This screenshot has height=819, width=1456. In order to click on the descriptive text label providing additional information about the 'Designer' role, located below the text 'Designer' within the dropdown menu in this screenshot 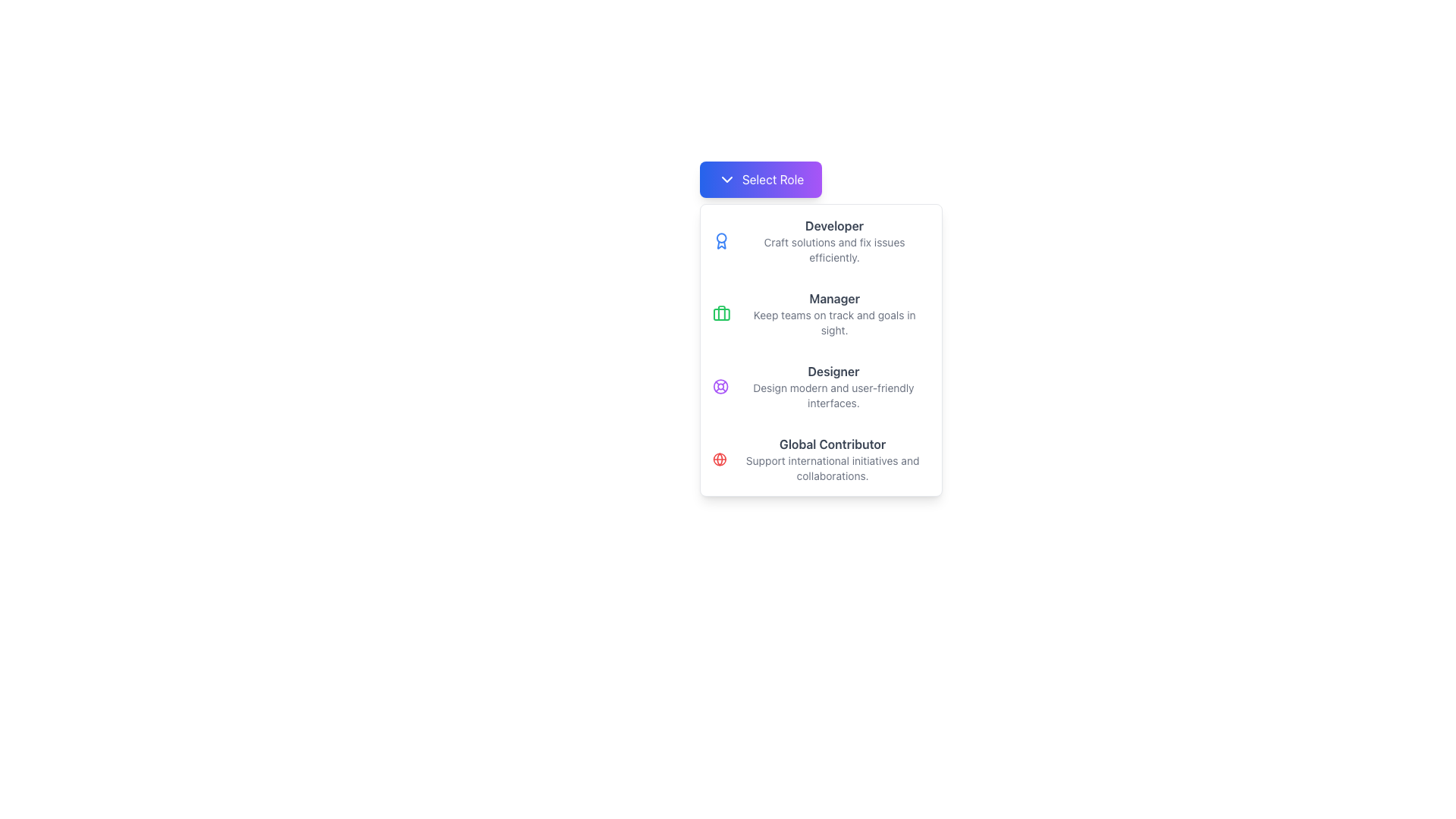, I will do `click(833, 394)`.